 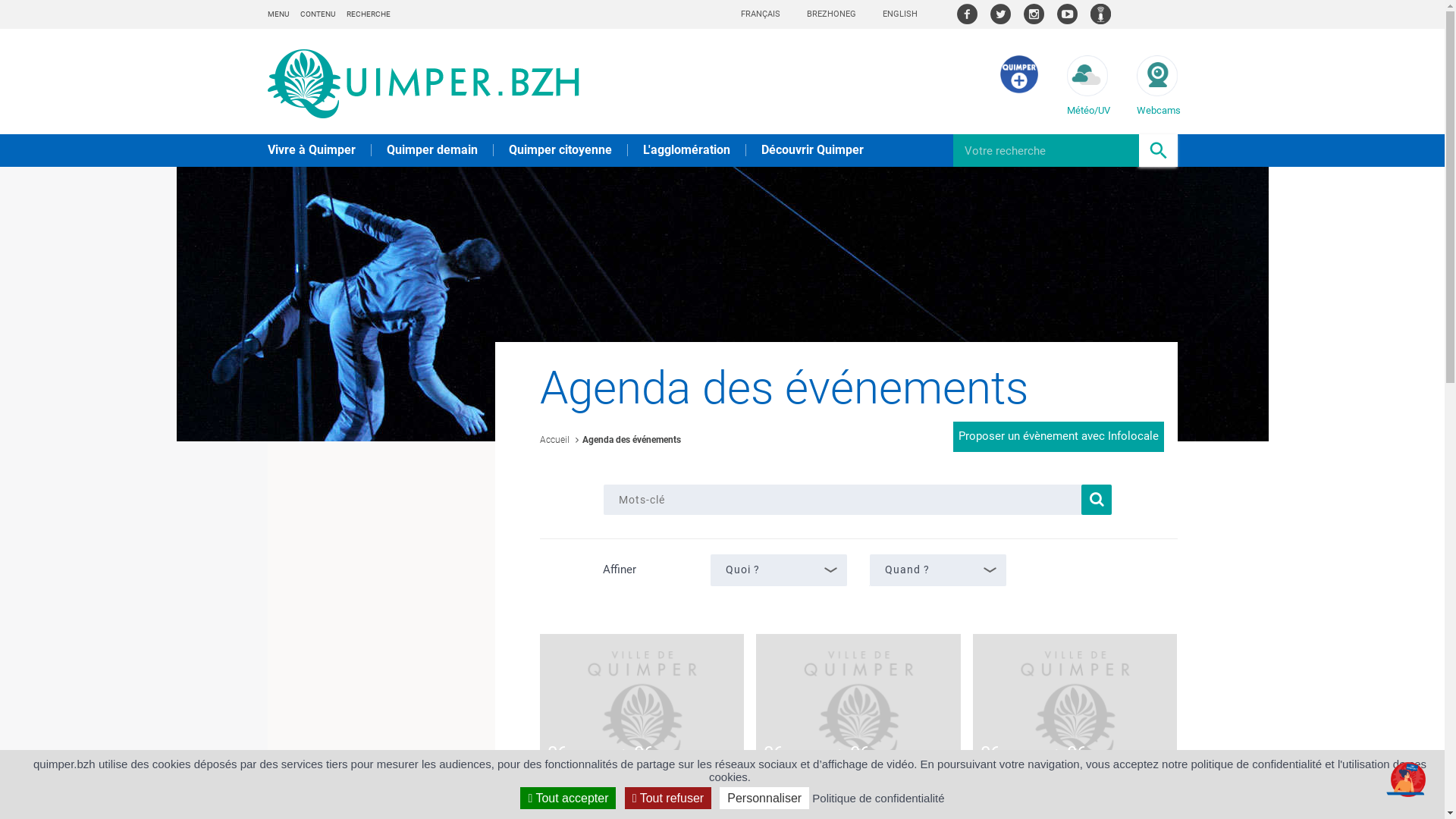 What do you see at coordinates (566, 797) in the screenshot?
I see `'Tout accepter'` at bounding box center [566, 797].